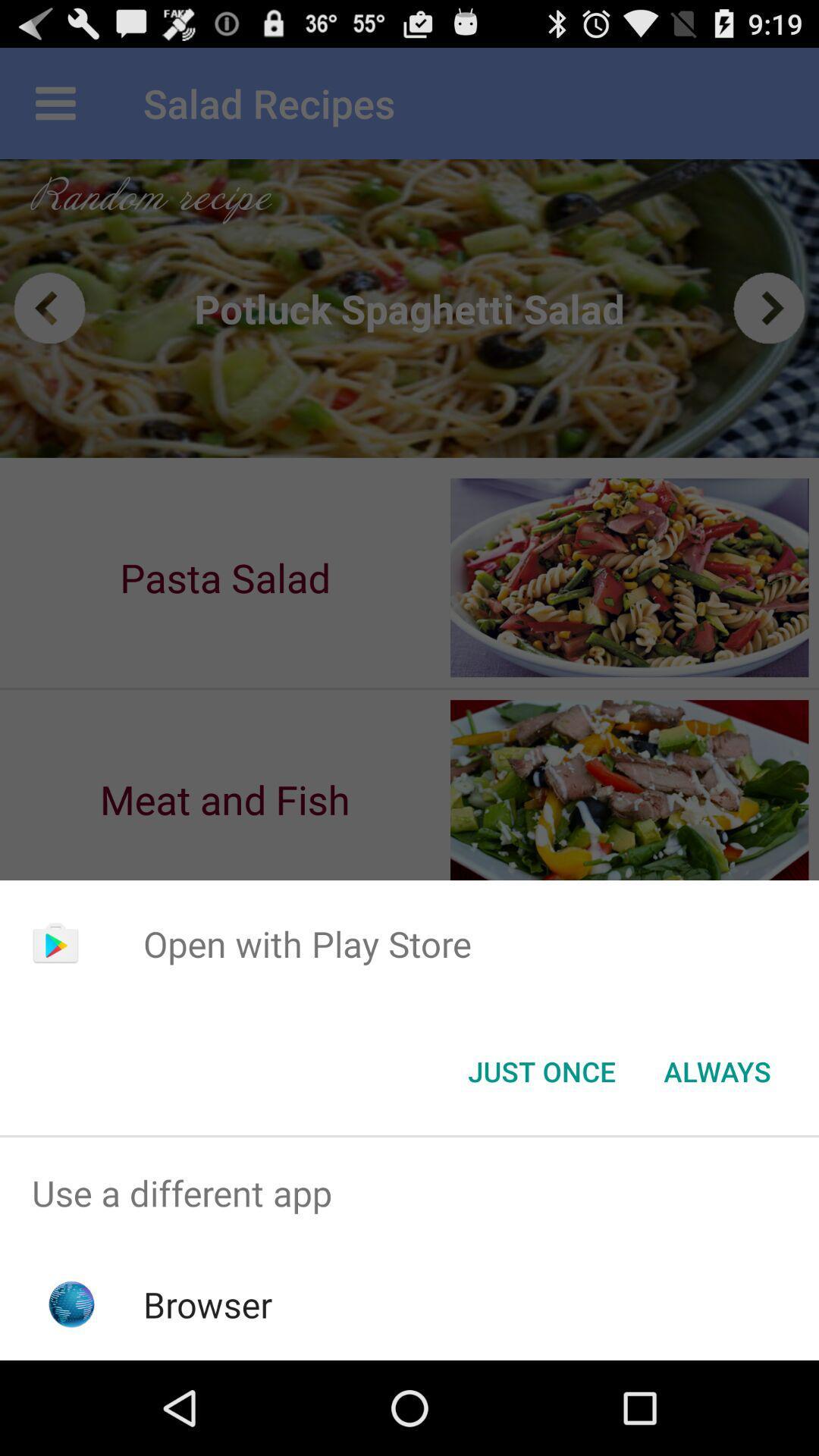  Describe the element at coordinates (717, 1070) in the screenshot. I see `app below the open with play` at that location.